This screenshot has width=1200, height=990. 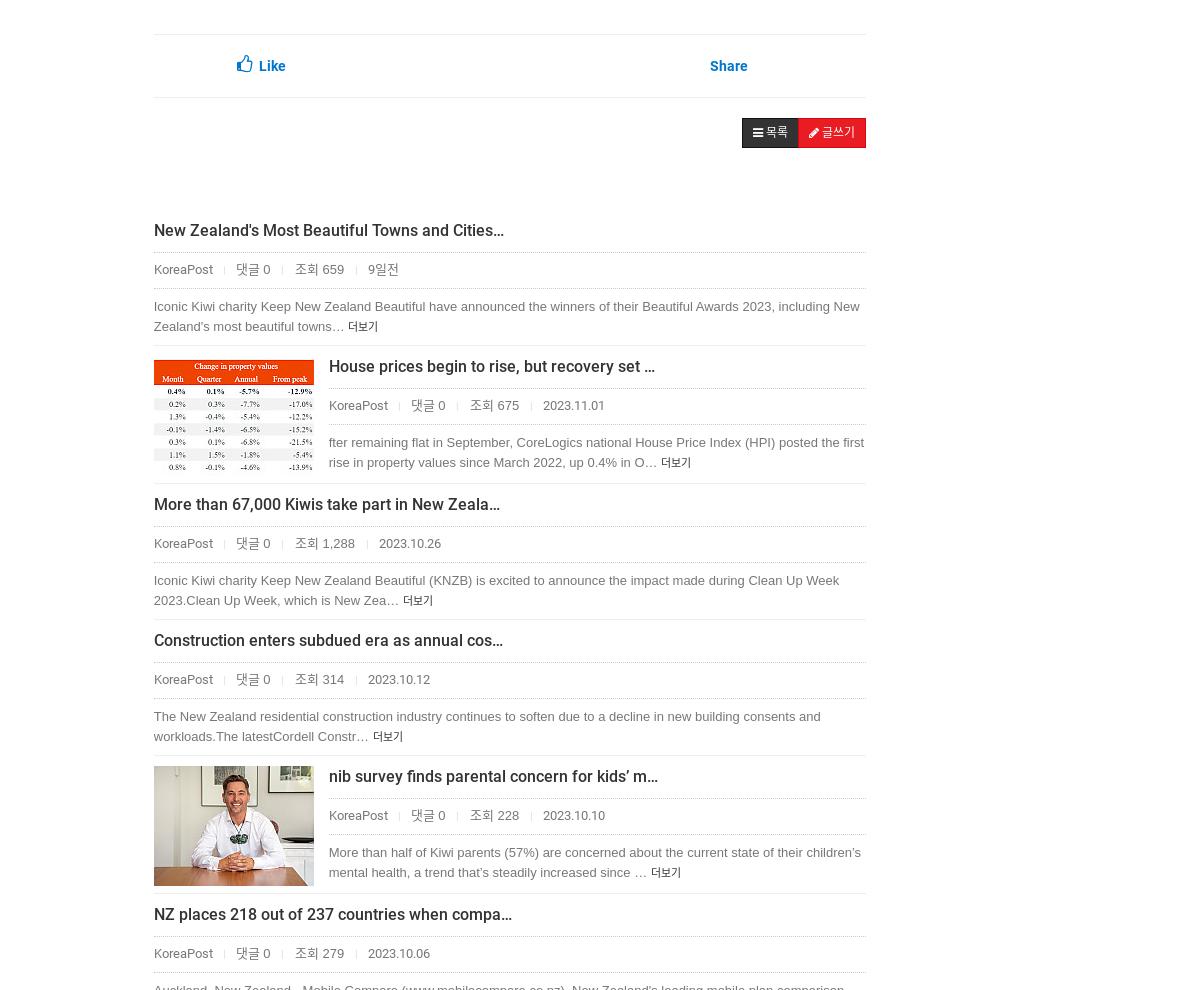 I want to click on '2023.10.10', so click(x=570, y=814).